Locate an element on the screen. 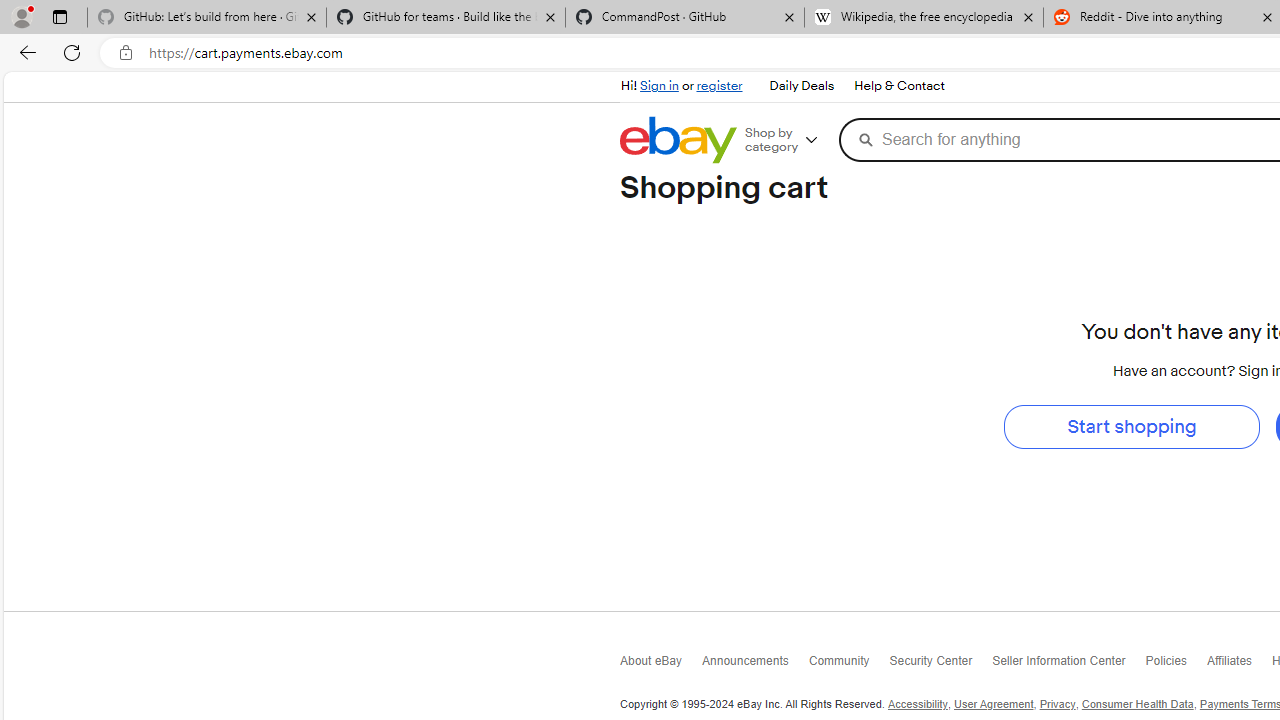 The width and height of the screenshot is (1280, 720). 'Affiliates' is located at coordinates (1238, 666).